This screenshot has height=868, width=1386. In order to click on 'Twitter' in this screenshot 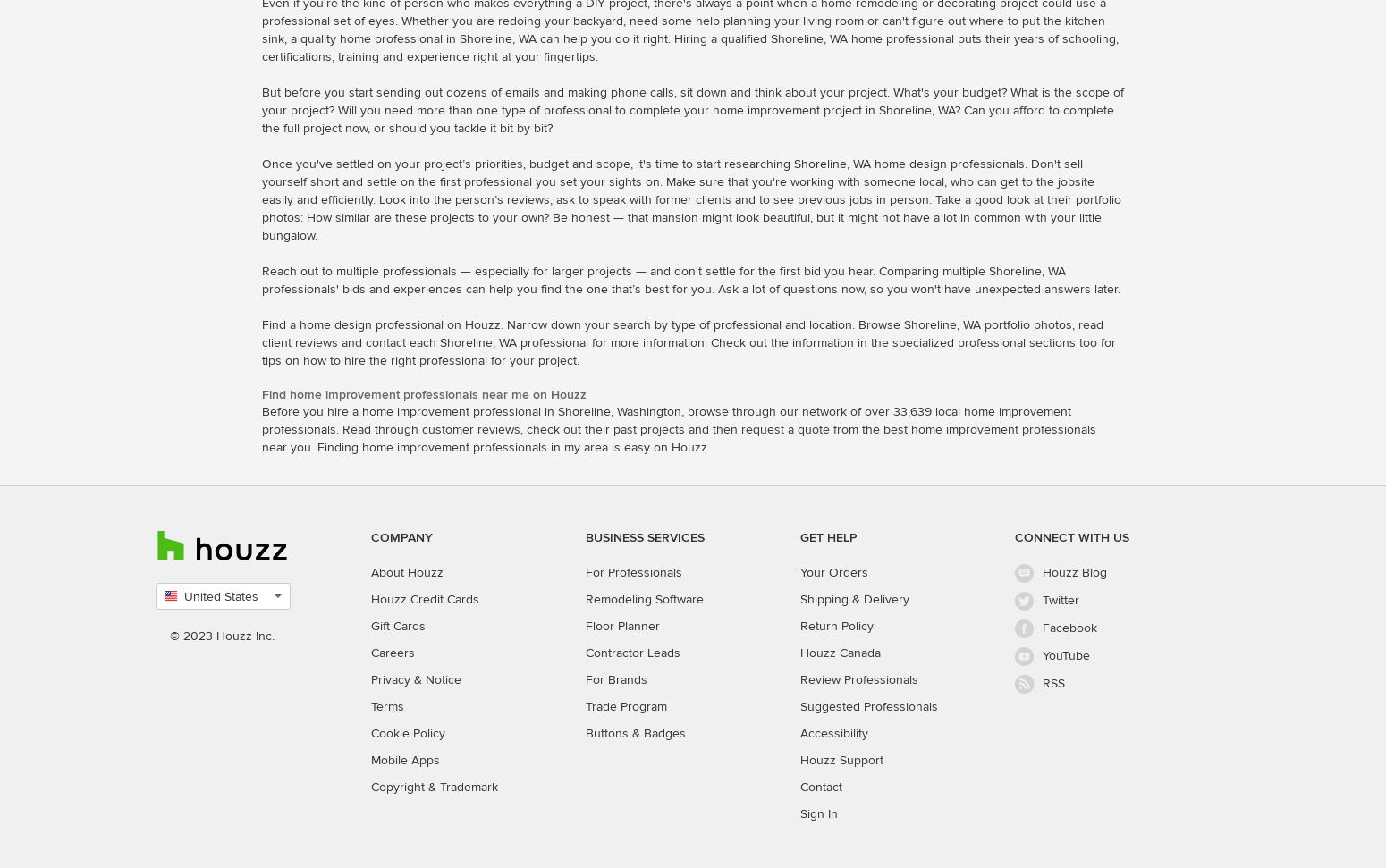, I will do `click(1061, 599)`.